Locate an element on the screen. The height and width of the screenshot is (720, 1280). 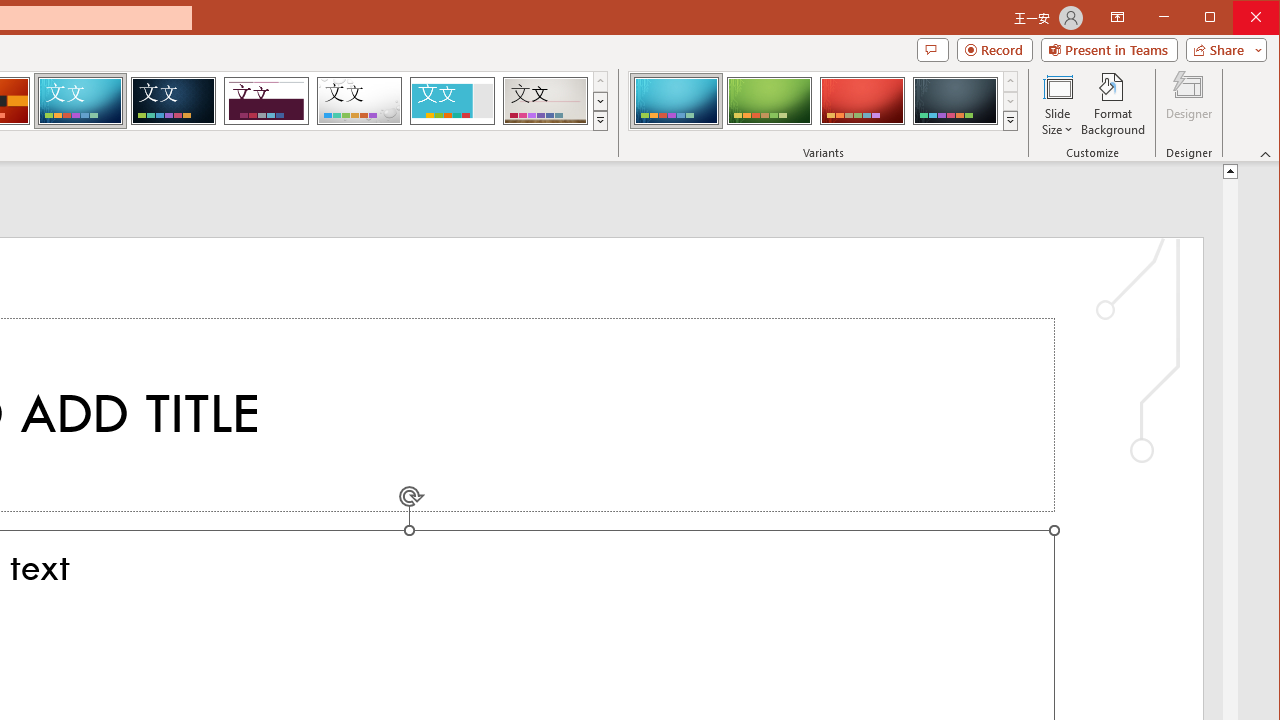
'Minimize' is located at coordinates (1215, 19).